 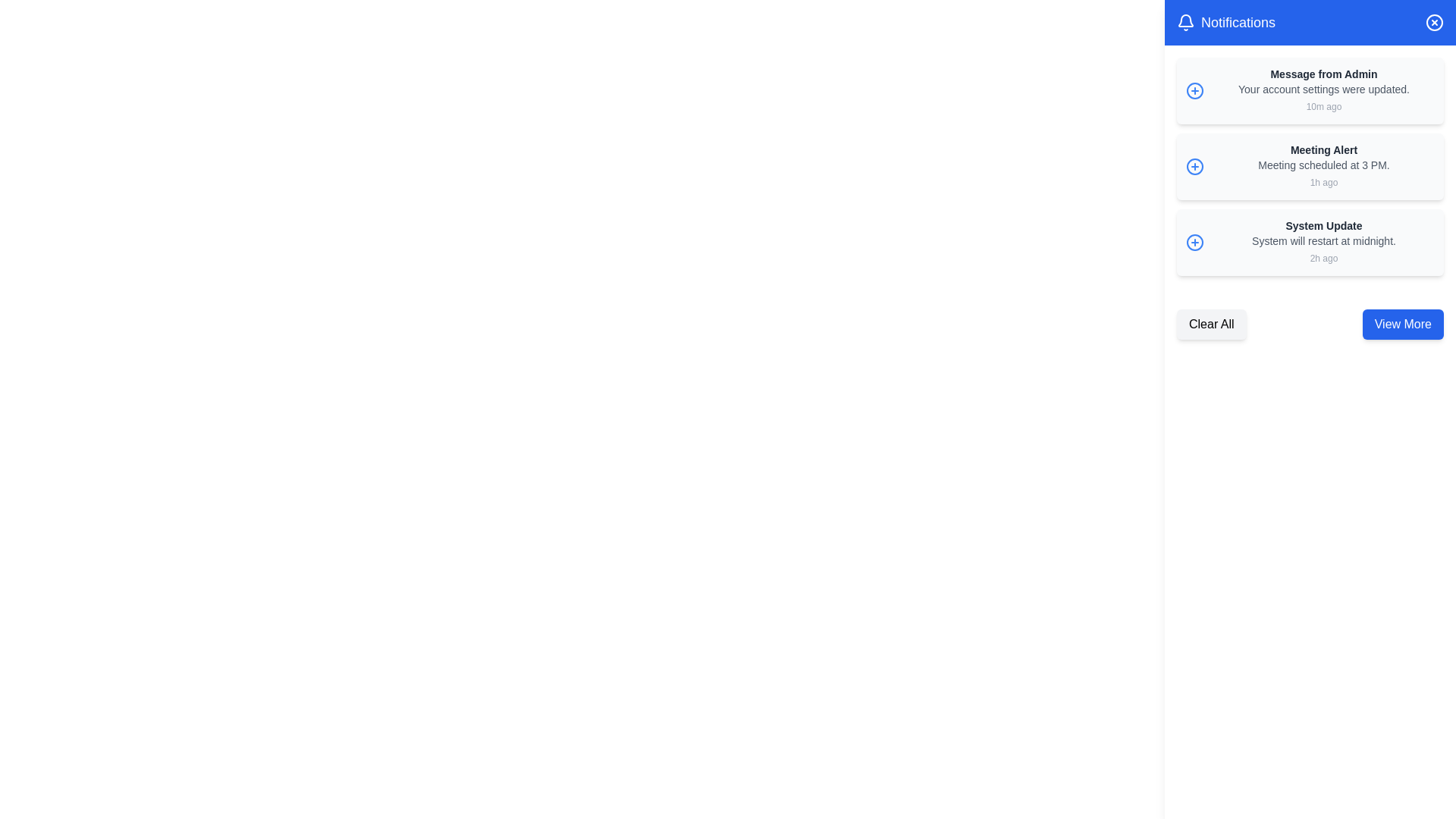 What do you see at coordinates (1323, 240) in the screenshot?
I see `the text line that reads 'System will restart at midnight.' located in the body of the notification about a 'System Update'` at bounding box center [1323, 240].